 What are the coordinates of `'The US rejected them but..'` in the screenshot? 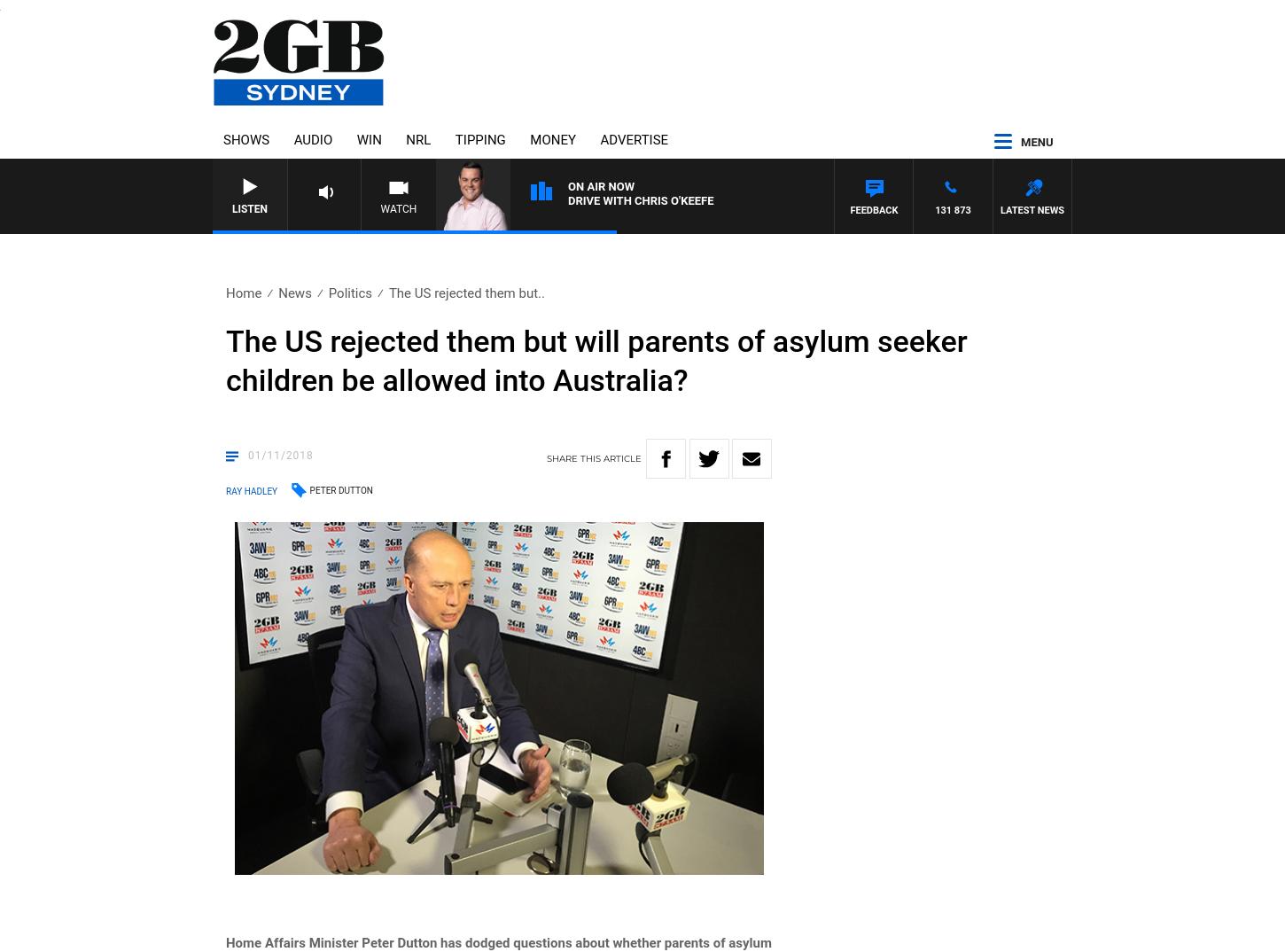 It's located at (466, 293).